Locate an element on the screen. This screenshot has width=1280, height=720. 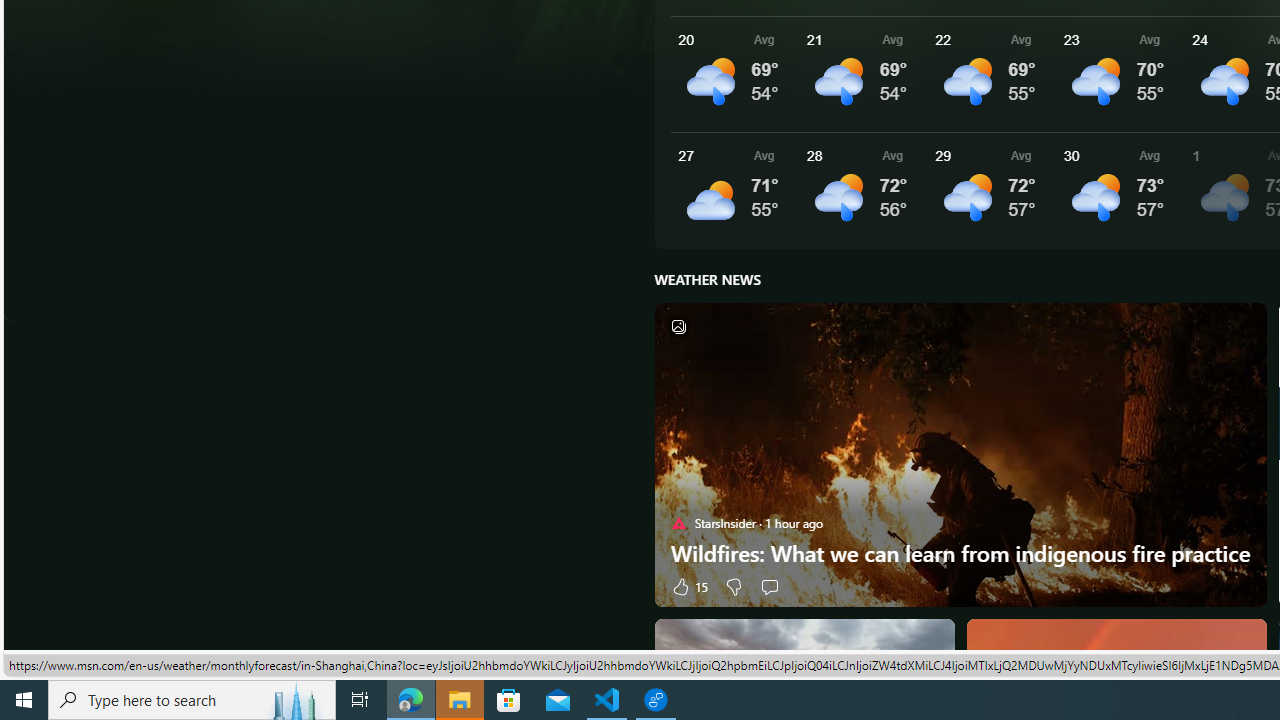
'StarsInsider' is located at coordinates (678, 522).